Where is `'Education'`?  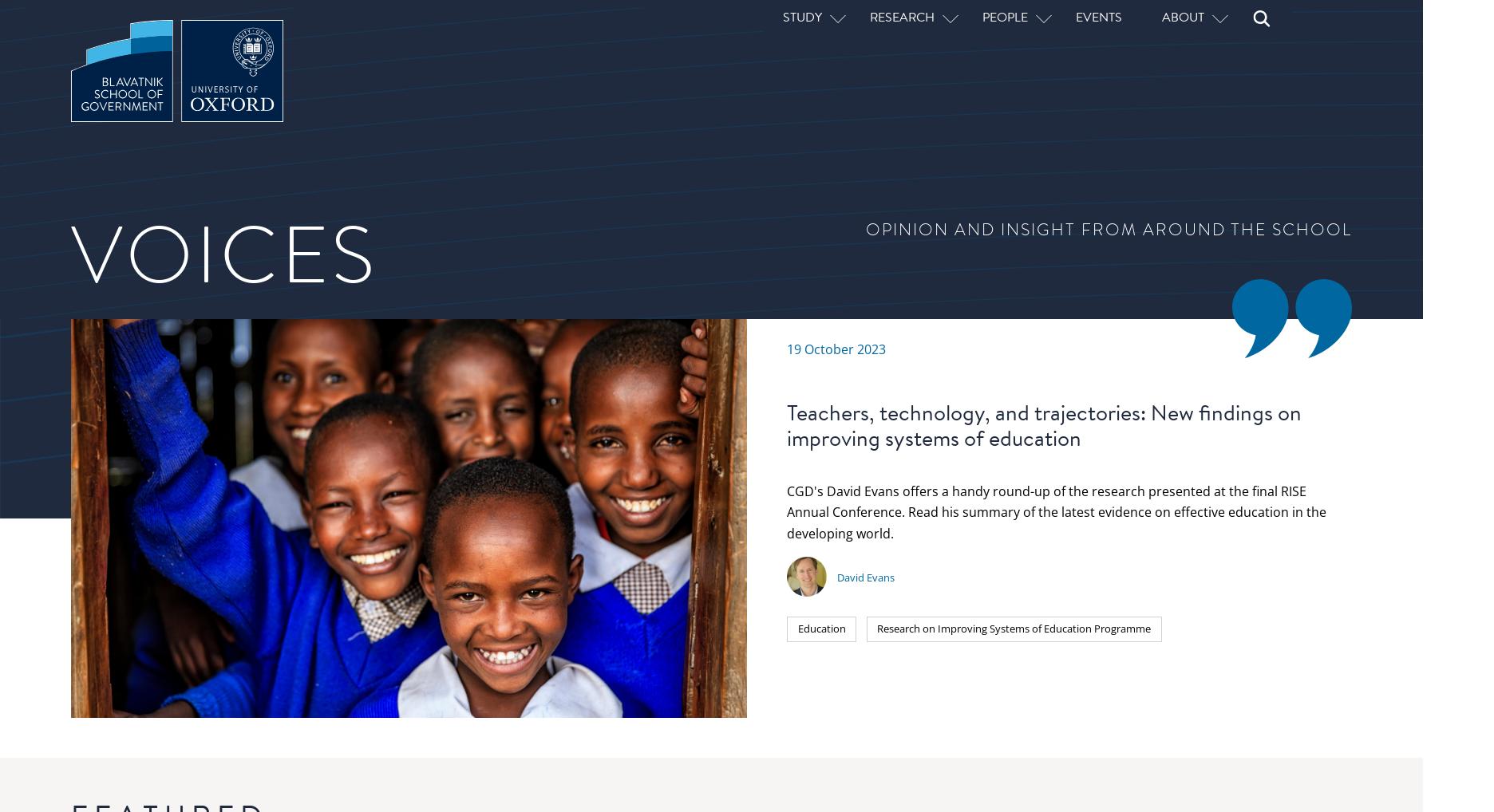
'Education' is located at coordinates (546, 194).